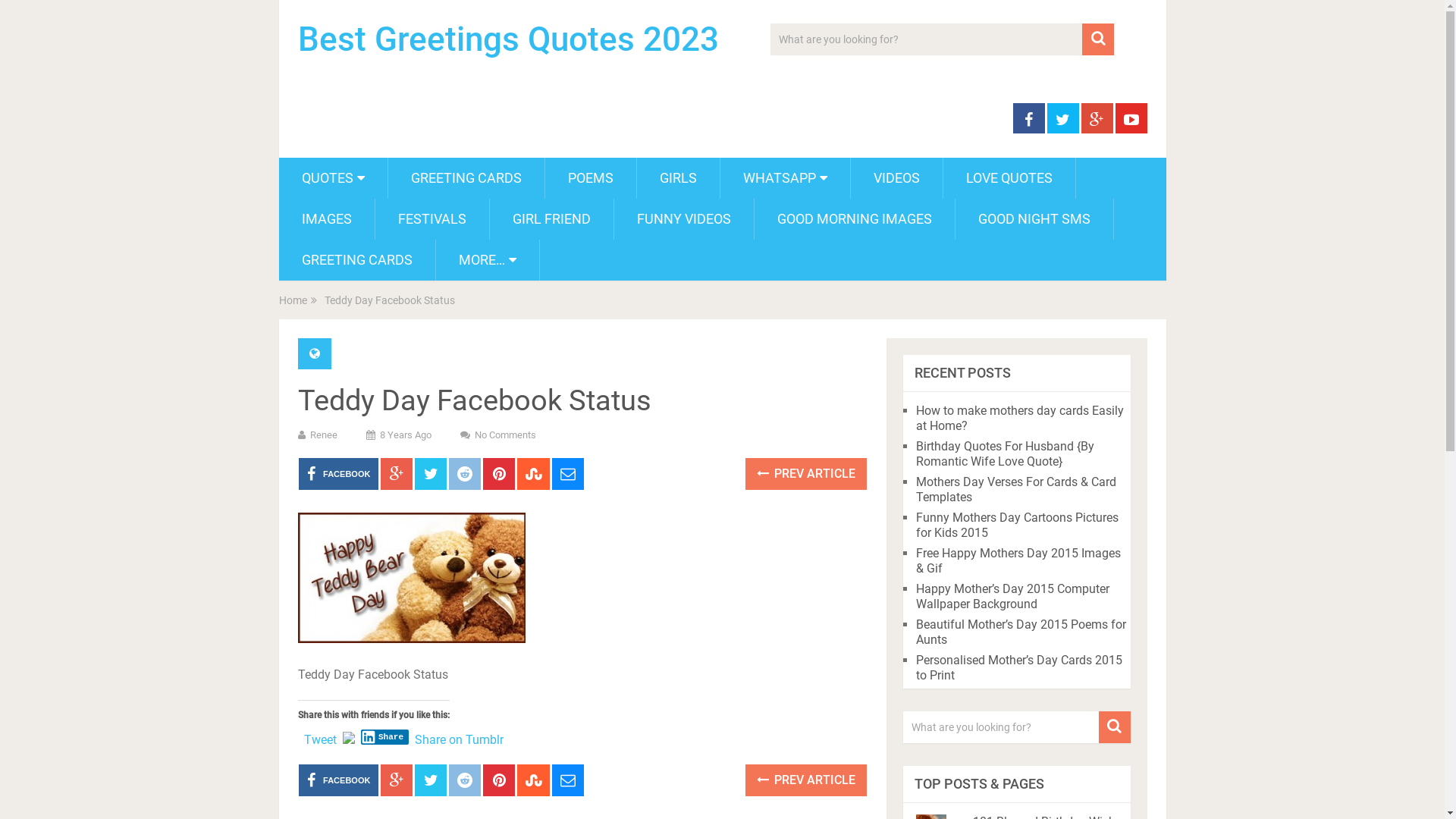 The image size is (1456, 819). I want to click on 'WHATSAPP', so click(785, 177).